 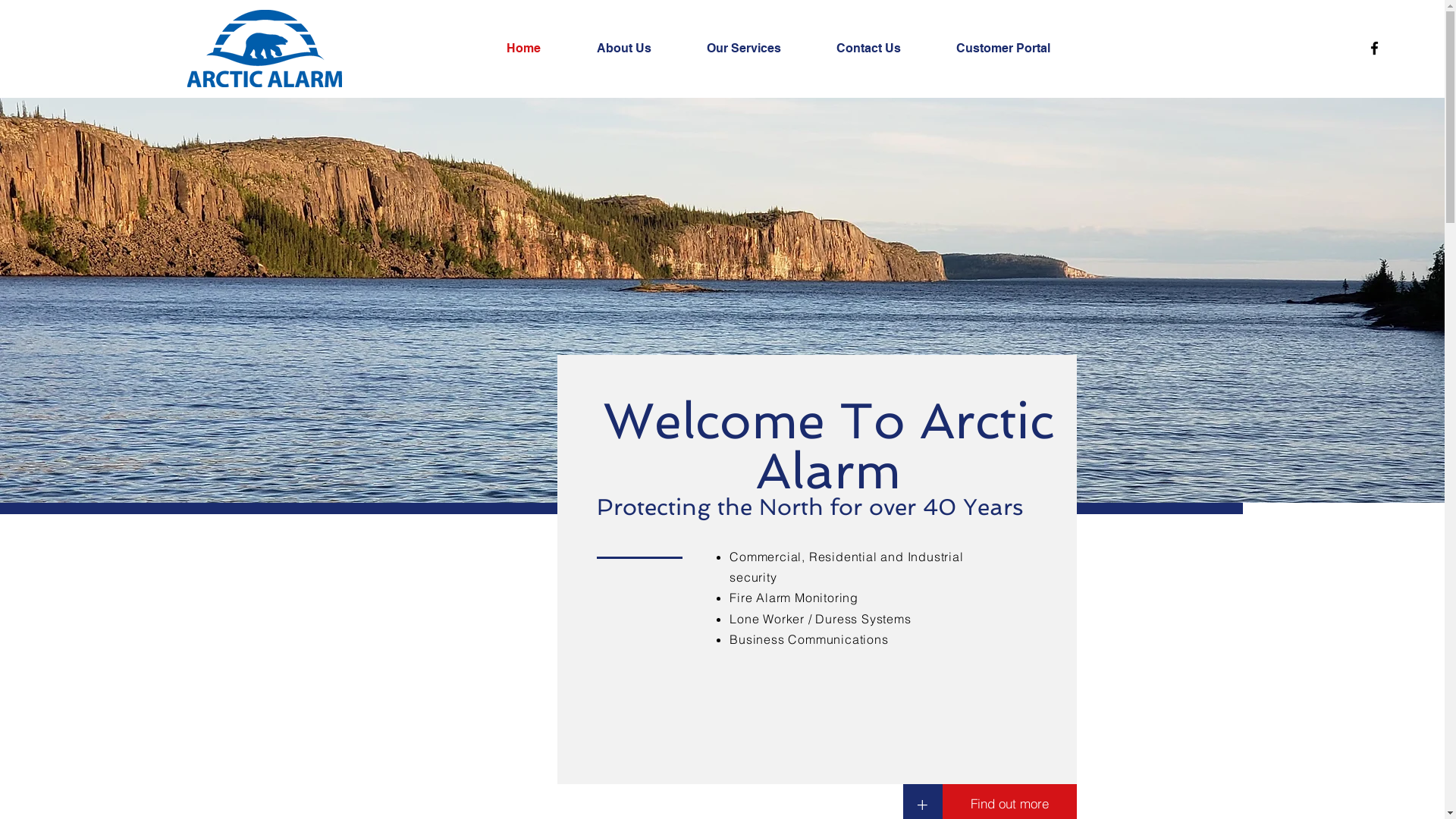 What do you see at coordinates (640, 48) in the screenshot?
I see `'About Us'` at bounding box center [640, 48].